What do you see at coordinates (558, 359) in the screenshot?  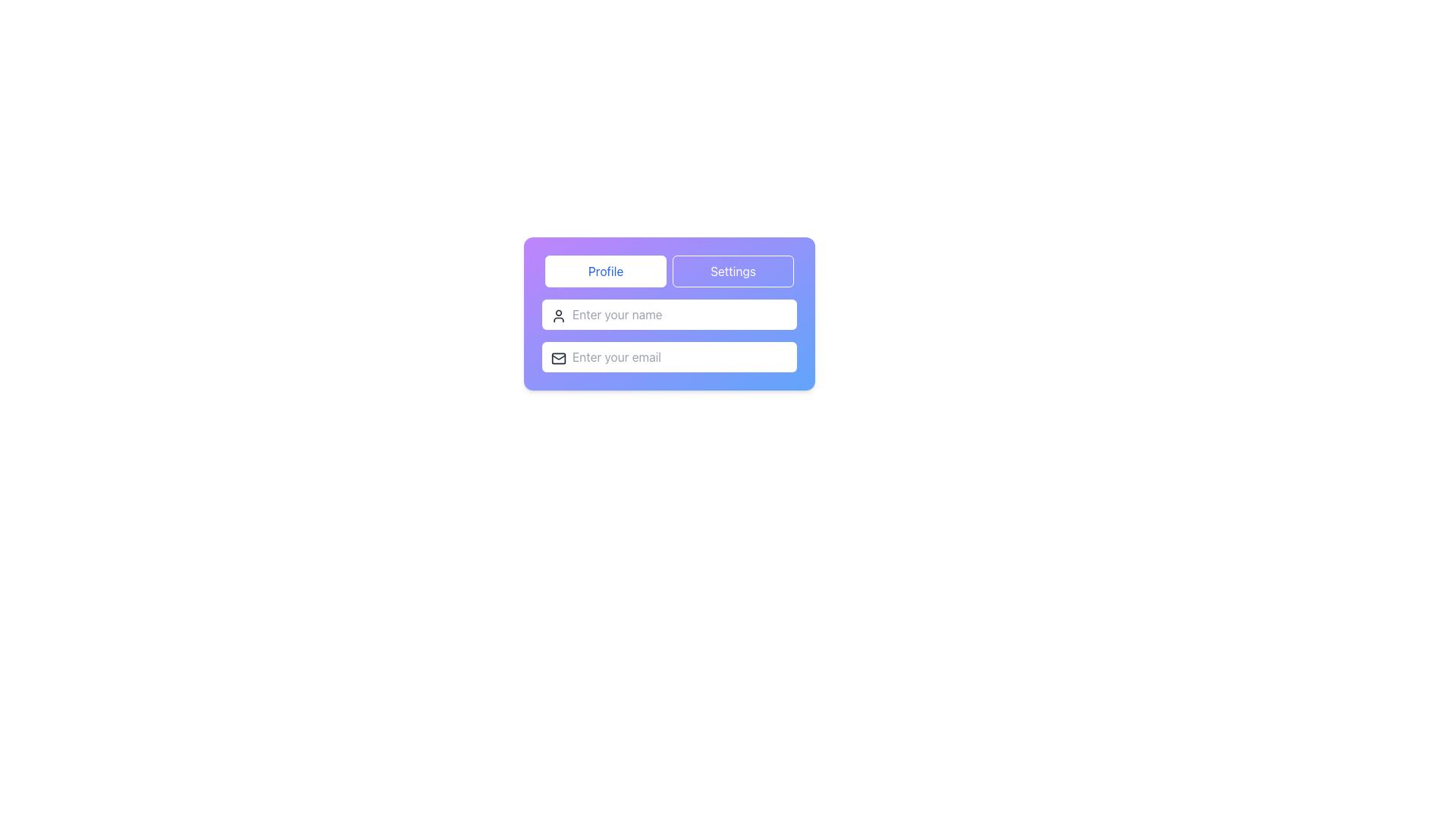 I see `the envelope icon inside the 'Enter your email' text input field to receive additional information, such as a tooltip` at bounding box center [558, 359].